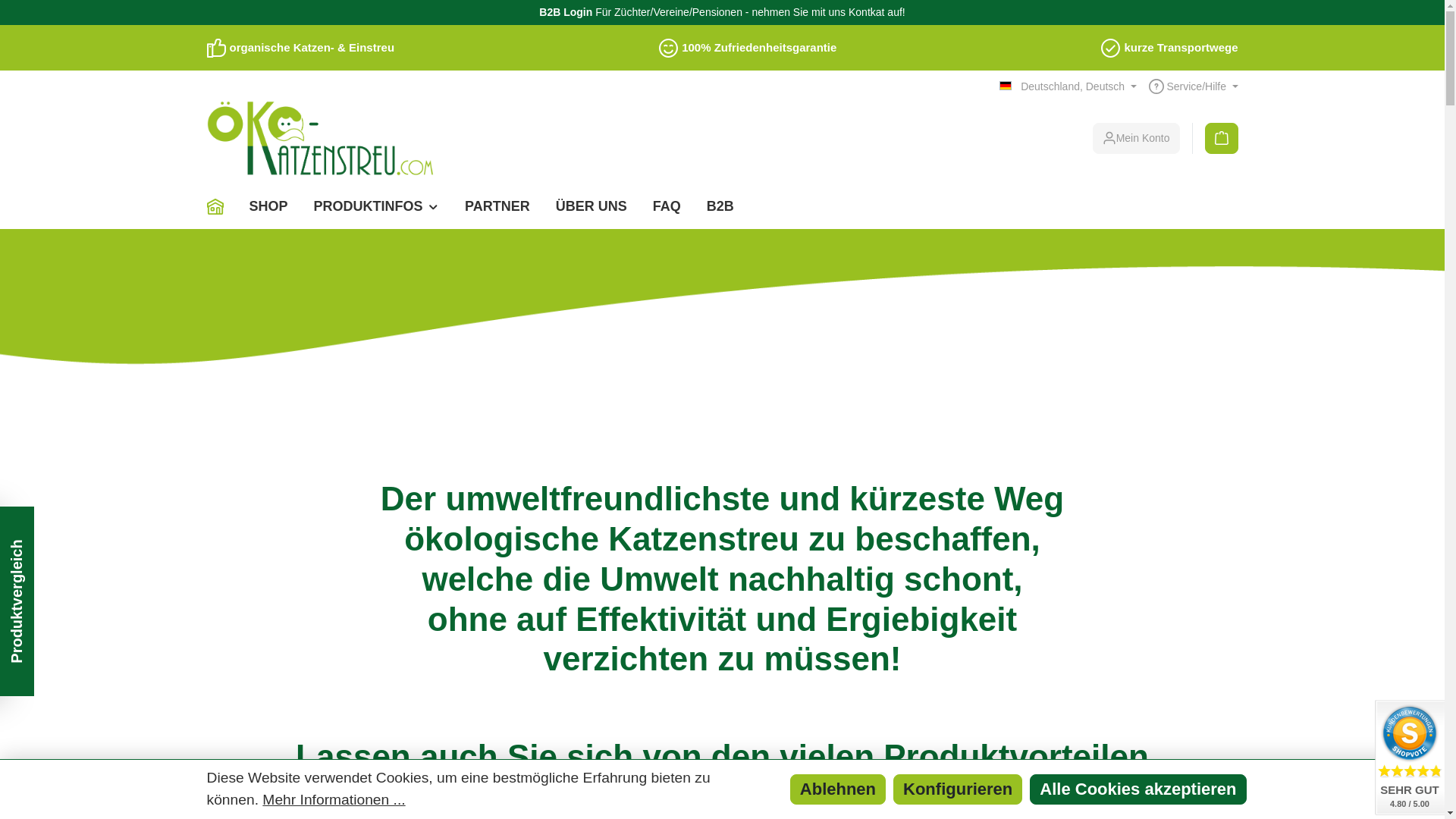 The width and height of the screenshot is (1456, 819). Describe the element at coordinates (333, 799) in the screenshot. I see `'Mehr Informationen ...'` at that location.